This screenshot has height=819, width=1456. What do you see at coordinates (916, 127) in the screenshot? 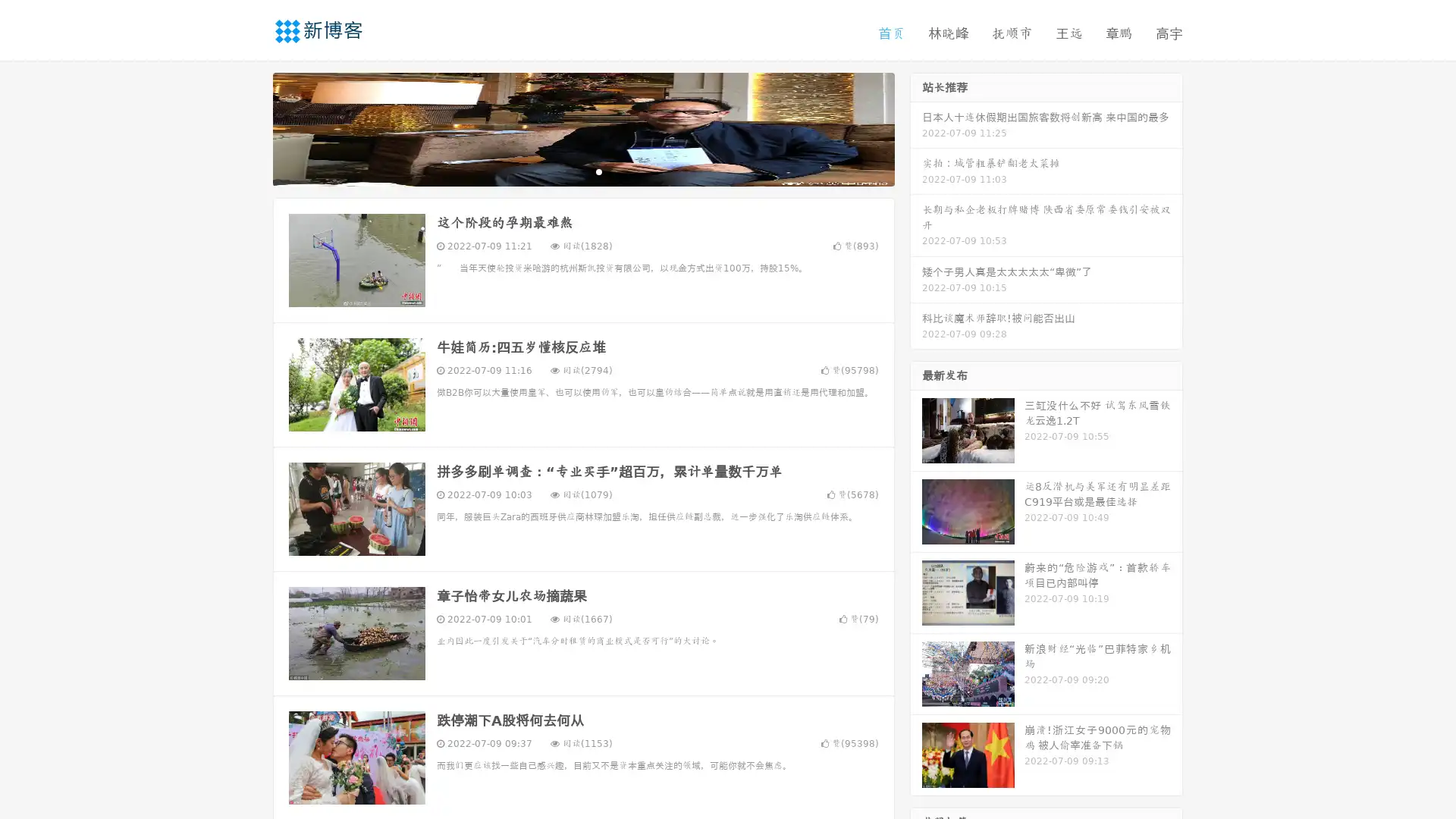
I see `Next slide` at bounding box center [916, 127].